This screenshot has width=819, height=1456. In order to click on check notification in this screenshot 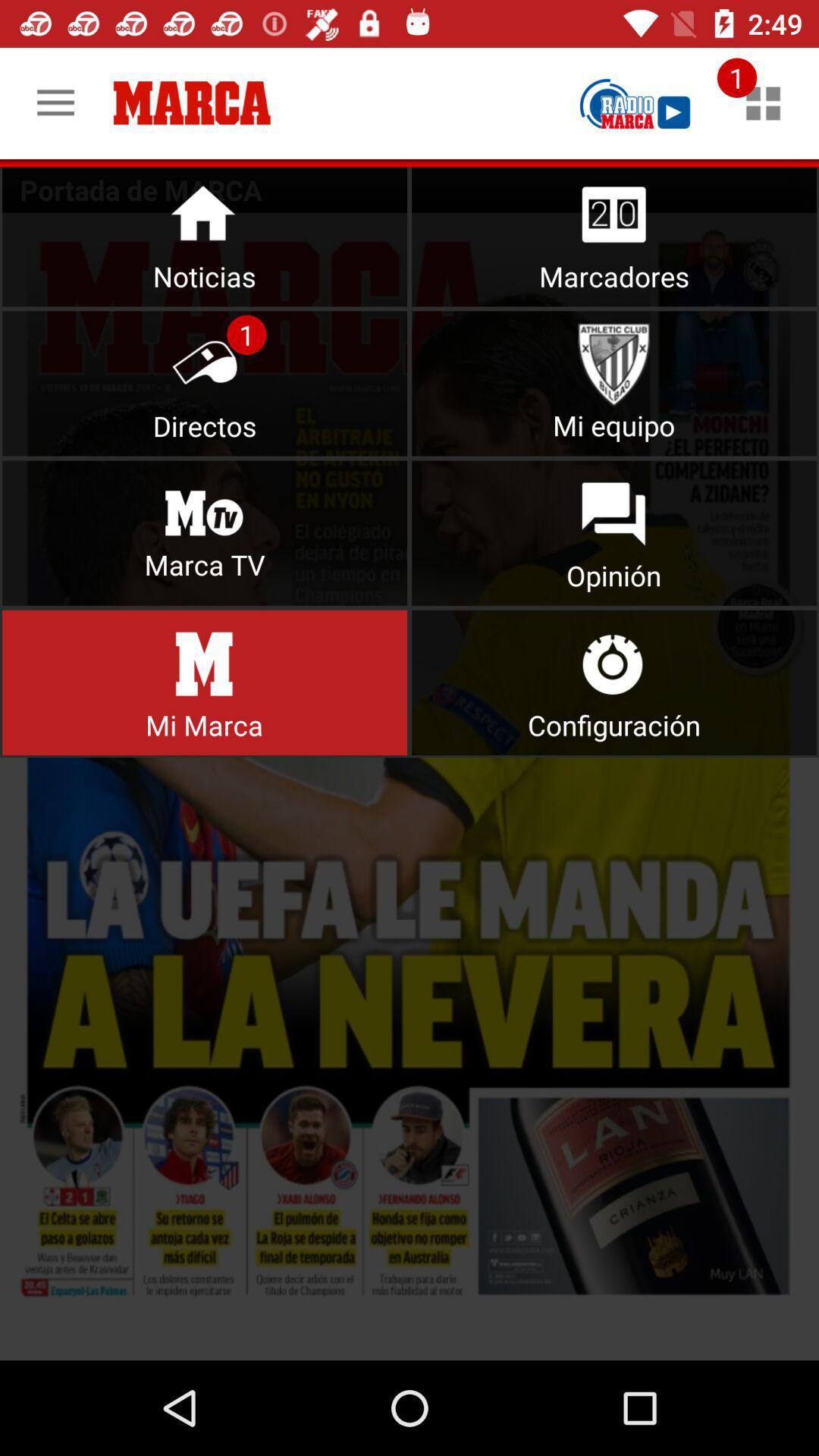, I will do `click(763, 102)`.